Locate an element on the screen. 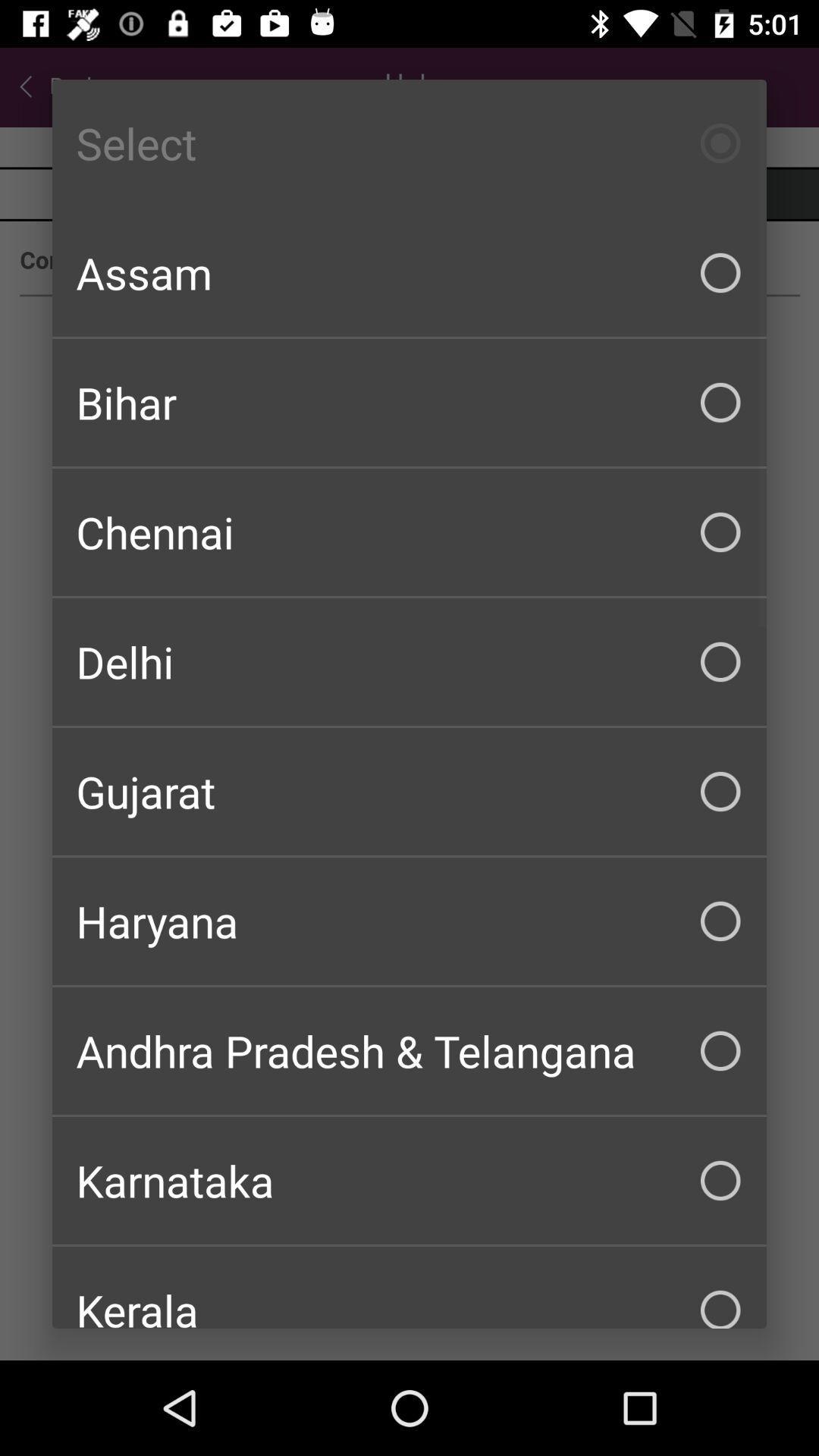 Image resolution: width=819 pixels, height=1456 pixels. the icon below the select is located at coordinates (409, 273).